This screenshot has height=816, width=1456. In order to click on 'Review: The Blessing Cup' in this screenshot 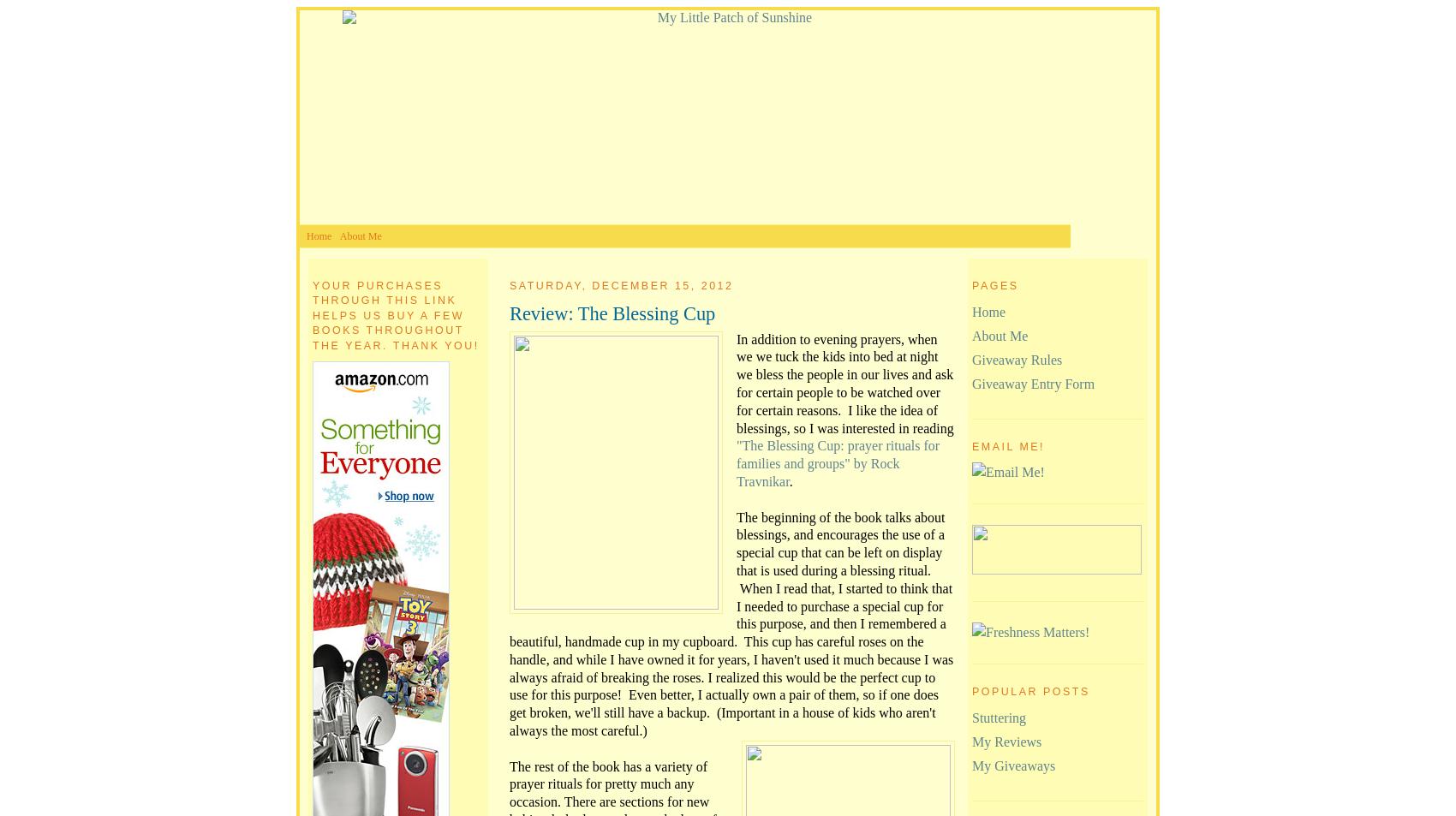, I will do `click(612, 313)`.